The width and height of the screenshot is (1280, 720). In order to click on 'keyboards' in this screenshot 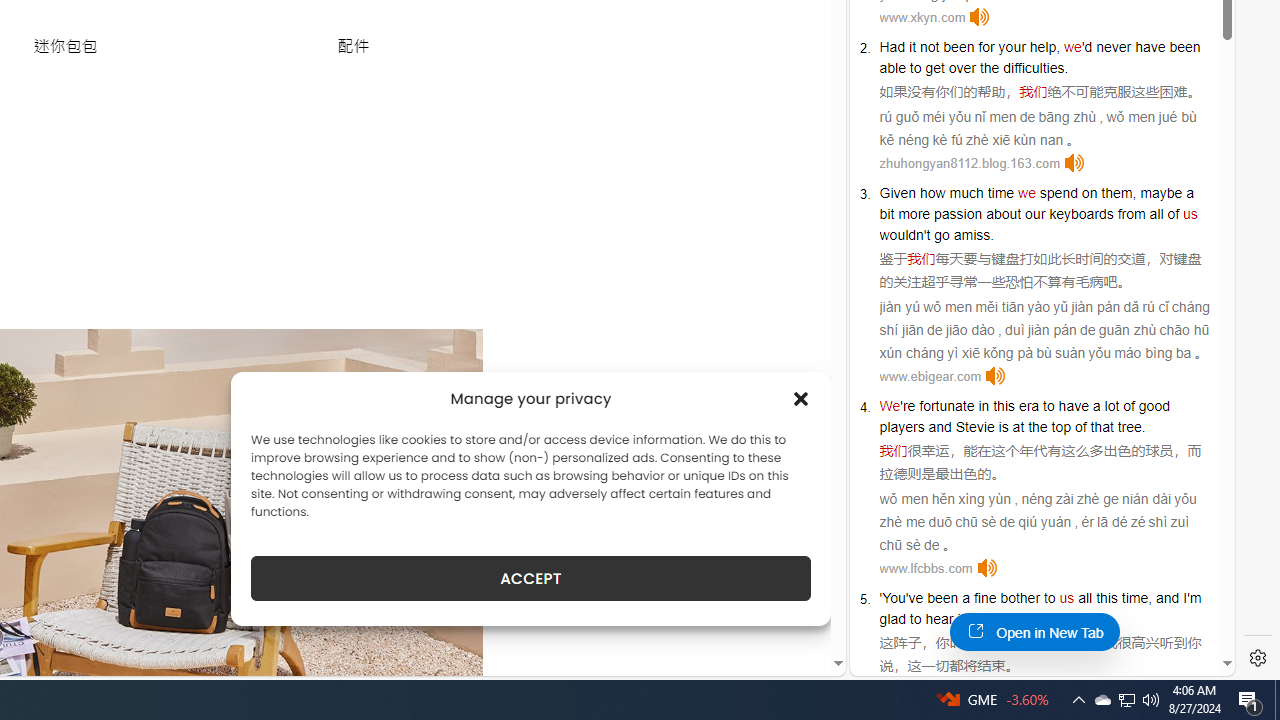, I will do `click(1080, 213)`.